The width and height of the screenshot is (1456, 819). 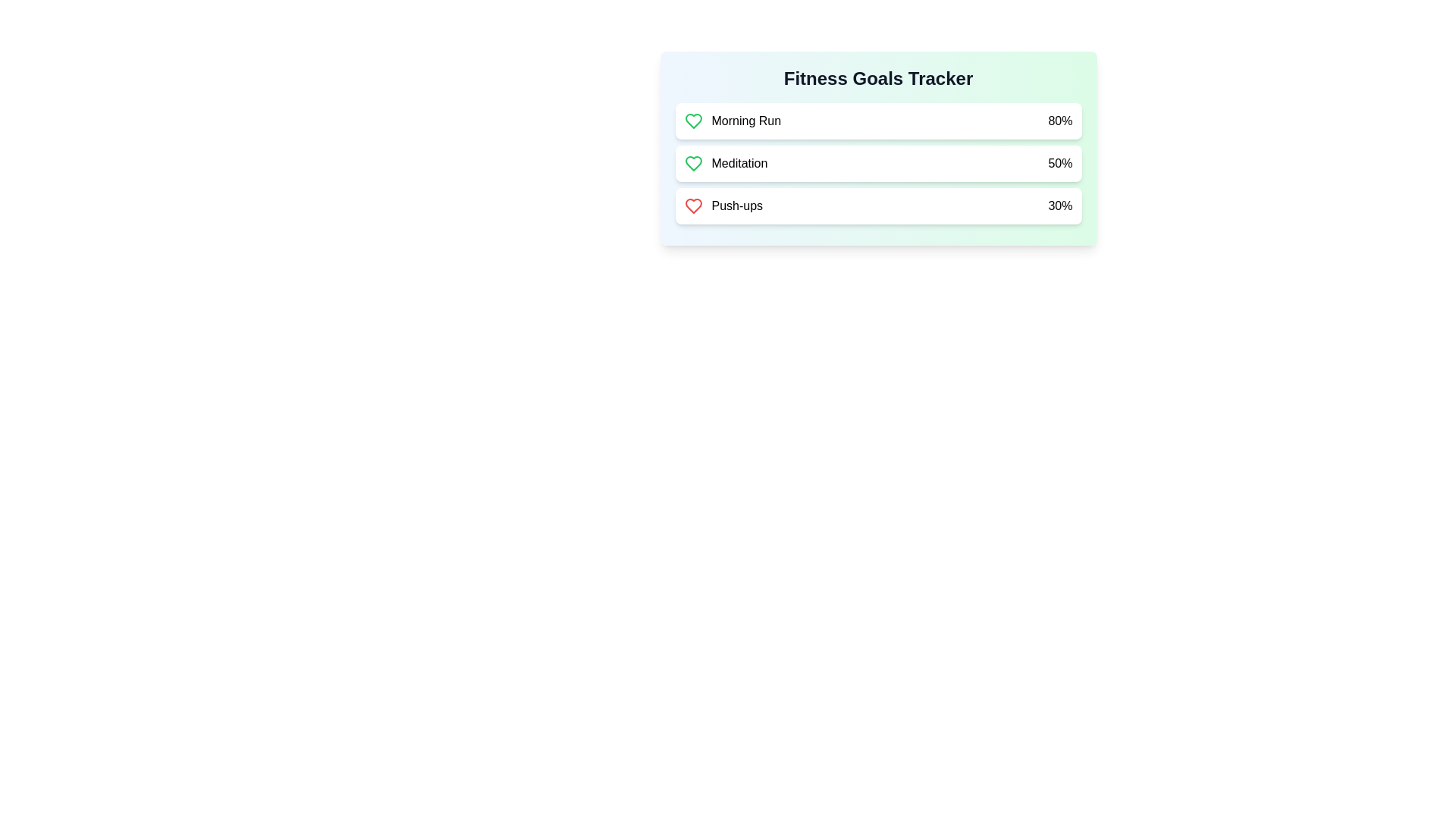 What do you see at coordinates (1059, 164) in the screenshot?
I see `the text element that visually presents a percentage, located in the second row of a list, at the end on the right side, adjacent to the text 'Meditation'` at bounding box center [1059, 164].